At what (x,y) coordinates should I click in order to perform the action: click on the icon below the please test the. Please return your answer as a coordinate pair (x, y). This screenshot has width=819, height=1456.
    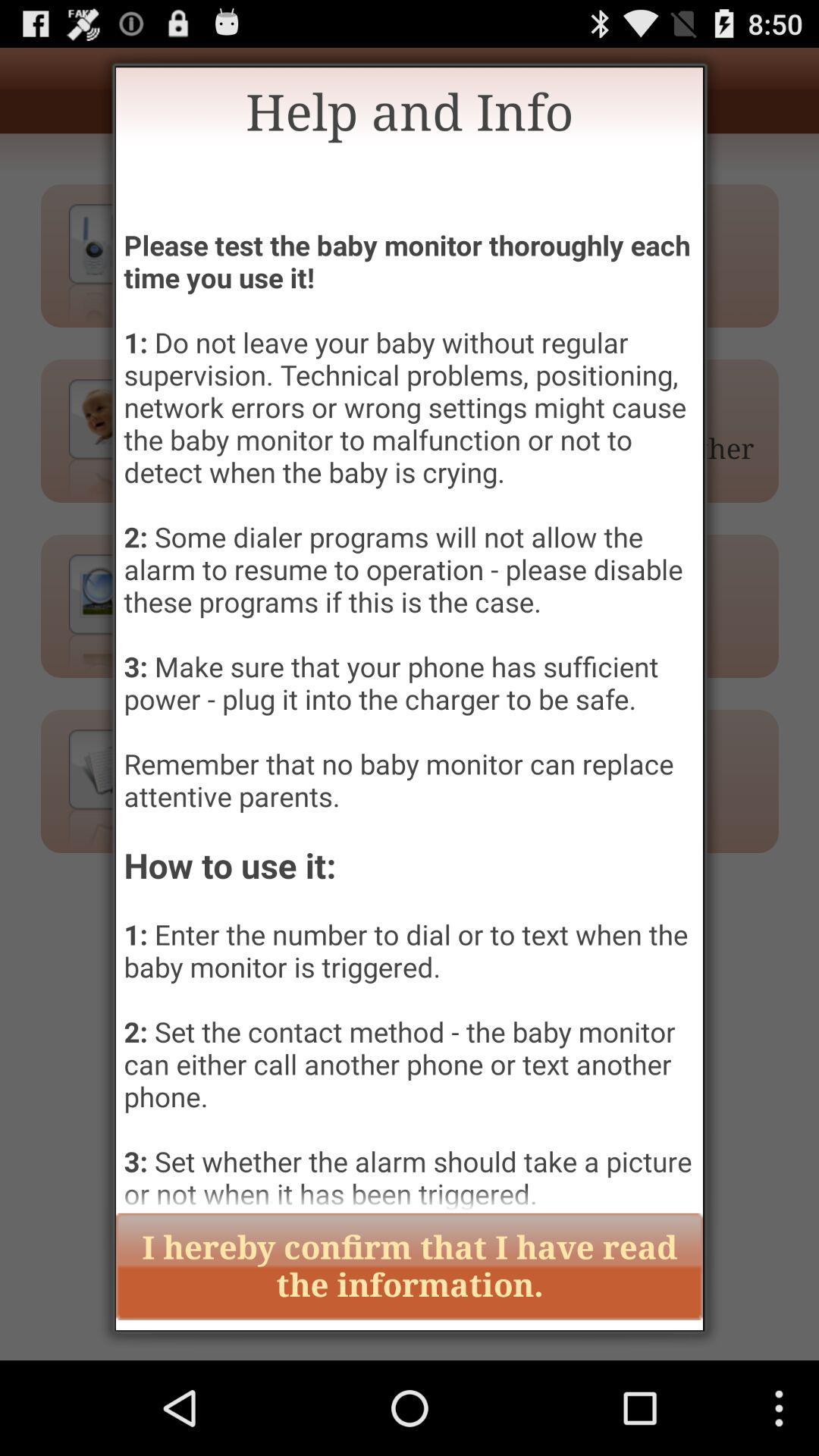
    Looking at the image, I should click on (409, 1266).